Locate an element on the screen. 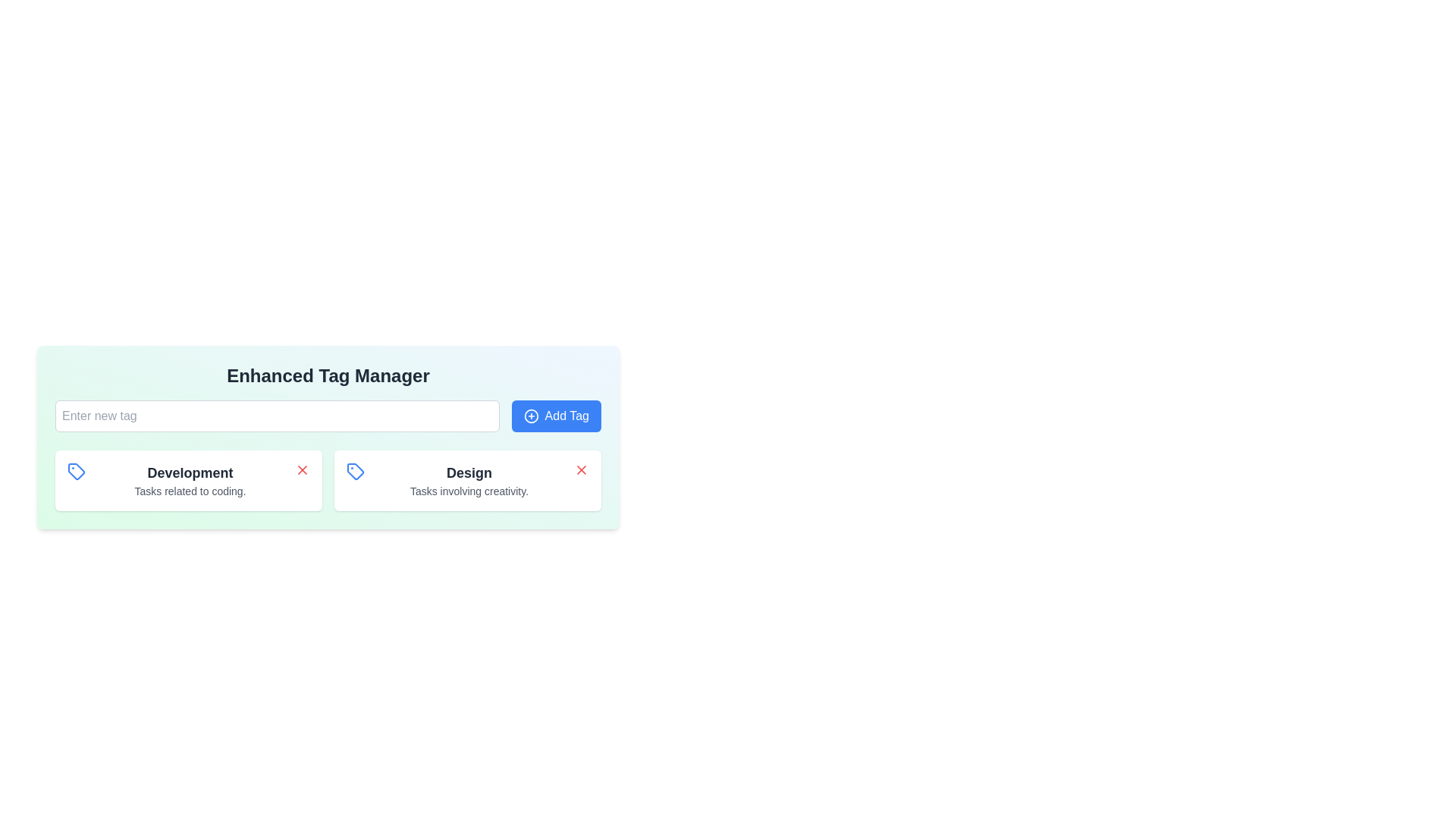 This screenshot has height=819, width=1456. information from the labeled category card titled 'Design', which includes the text 'Design' in bold and 'Tasks involving creativity.' is located at coordinates (469, 480).